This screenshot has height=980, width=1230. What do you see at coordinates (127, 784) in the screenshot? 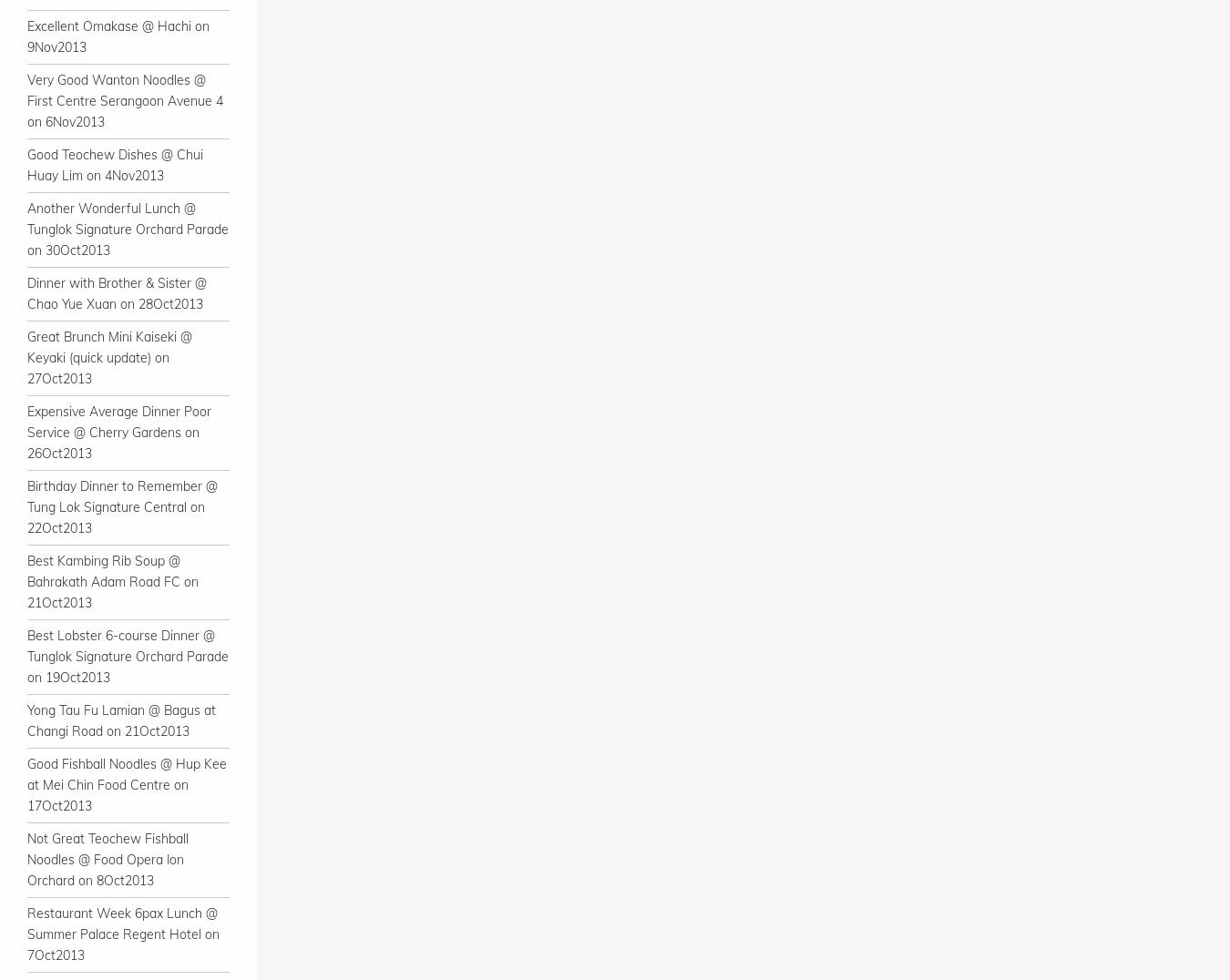
I see `'Good Fishball Noodles @ Hup Kee at Mei Chin Food Centre on 17Oct2013'` at bounding box center [127, 784].